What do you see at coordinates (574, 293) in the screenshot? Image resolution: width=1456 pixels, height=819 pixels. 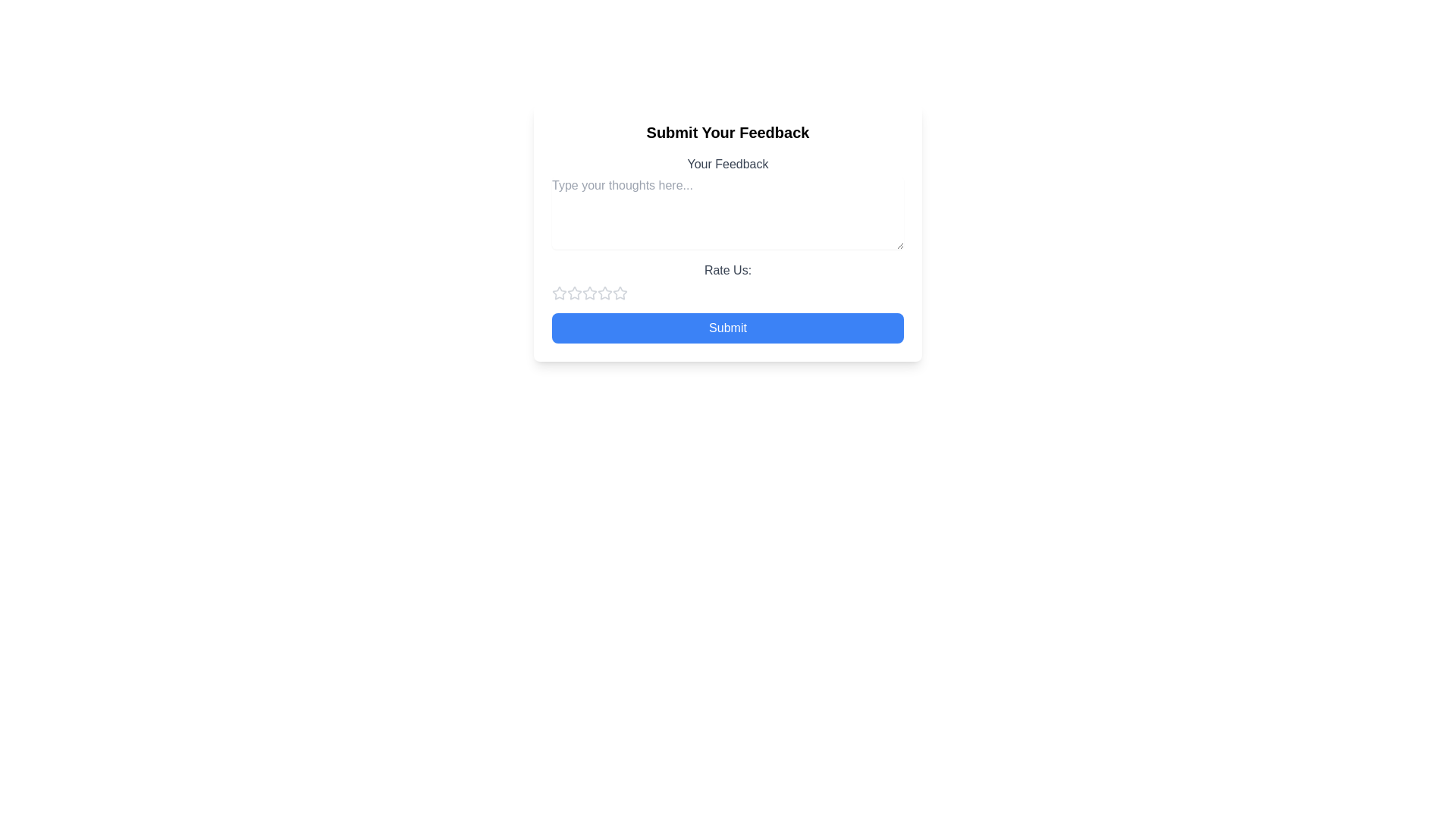 I see `the second button from the left` at bounding box center [574, 293].